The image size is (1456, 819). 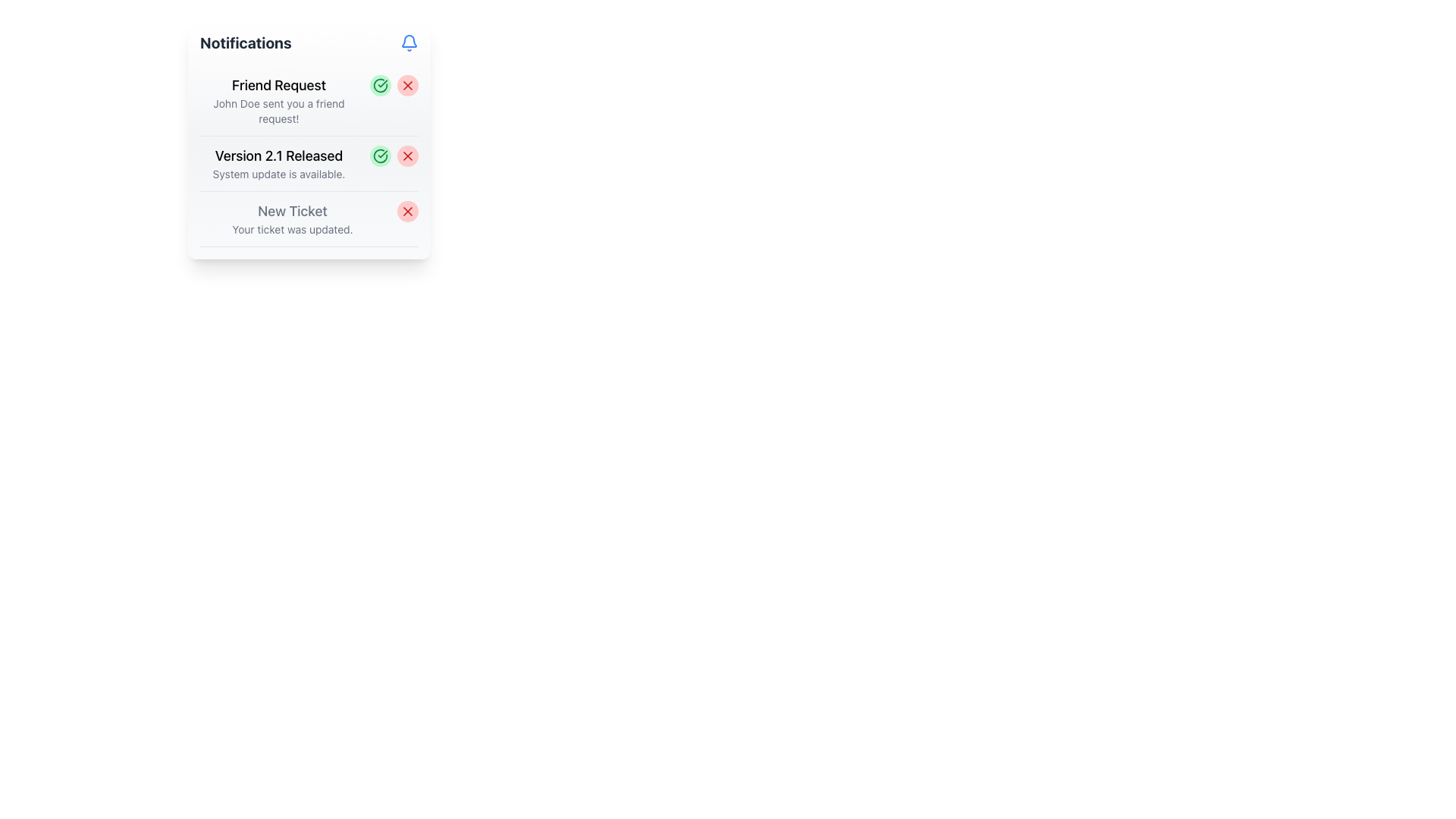 What do you see at coordinates (279, 174) in the screenshot?
I see `the Text Label that provides contextual information below the 'Version 2.1 Released' notification` at bounding box center [279, 174].